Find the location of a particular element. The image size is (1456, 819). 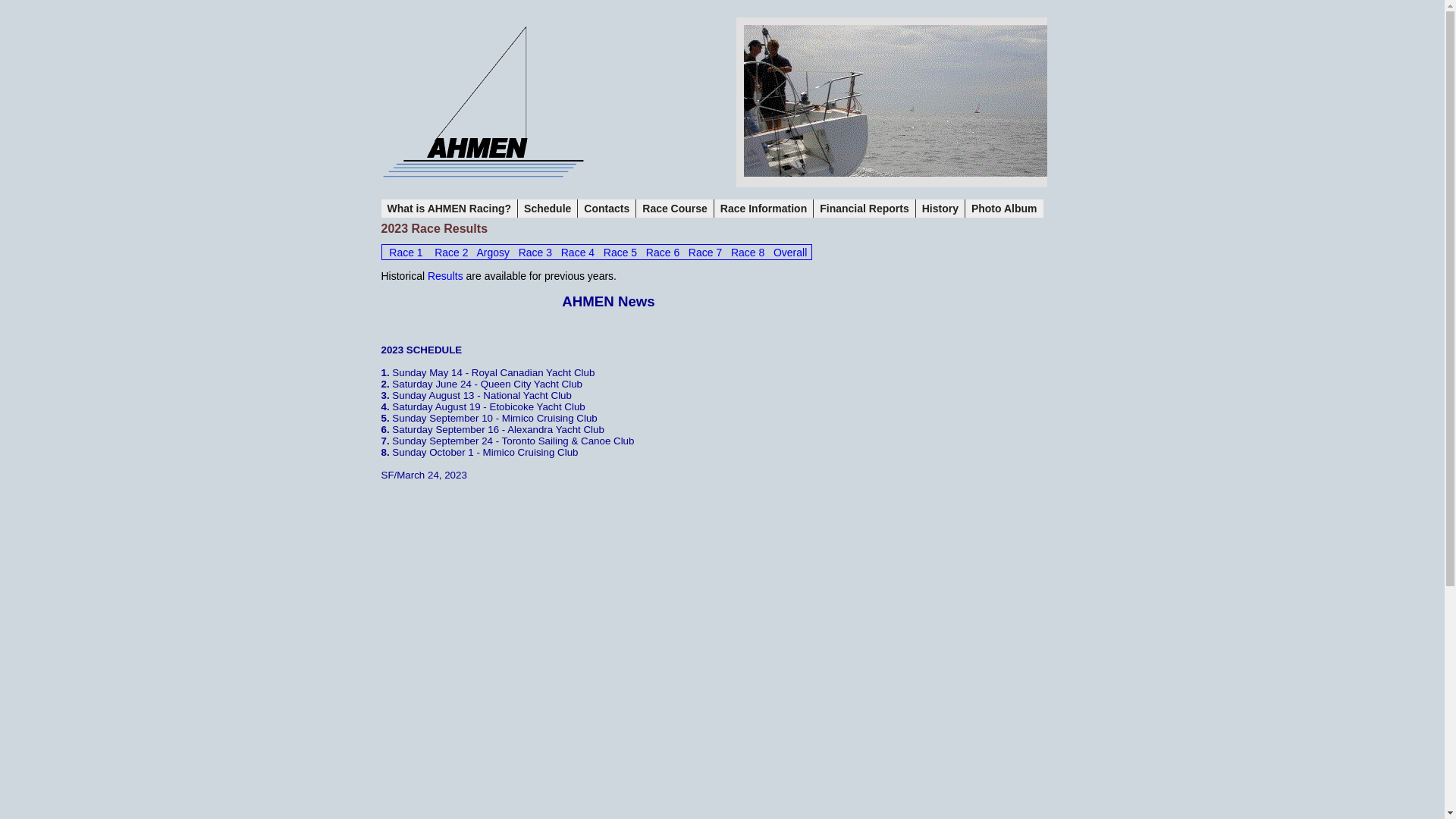

'Results' is located at coordinates (444, 275).